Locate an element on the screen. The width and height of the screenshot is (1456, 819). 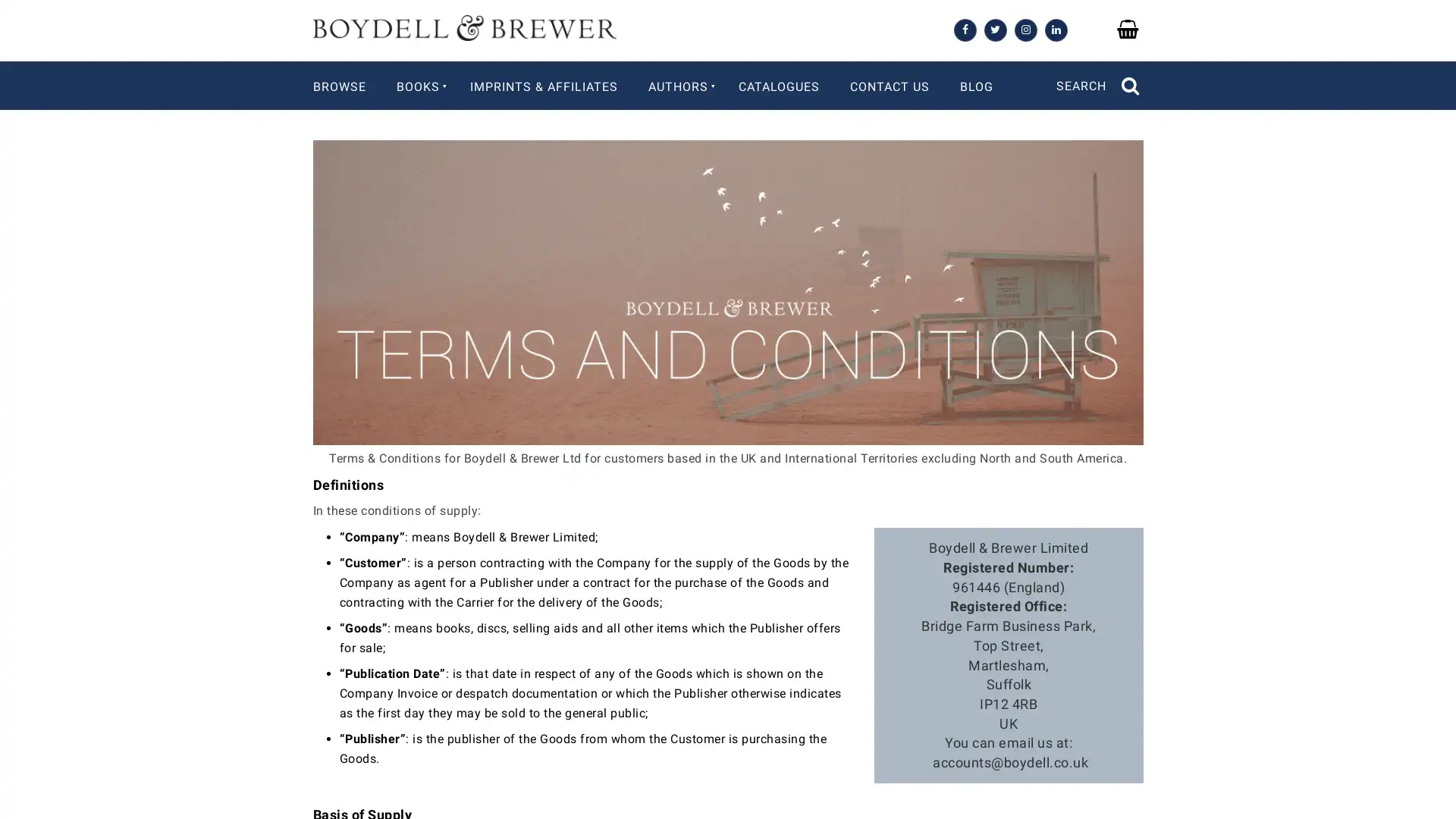
SEARCH is located at coordinates (1099, 84).